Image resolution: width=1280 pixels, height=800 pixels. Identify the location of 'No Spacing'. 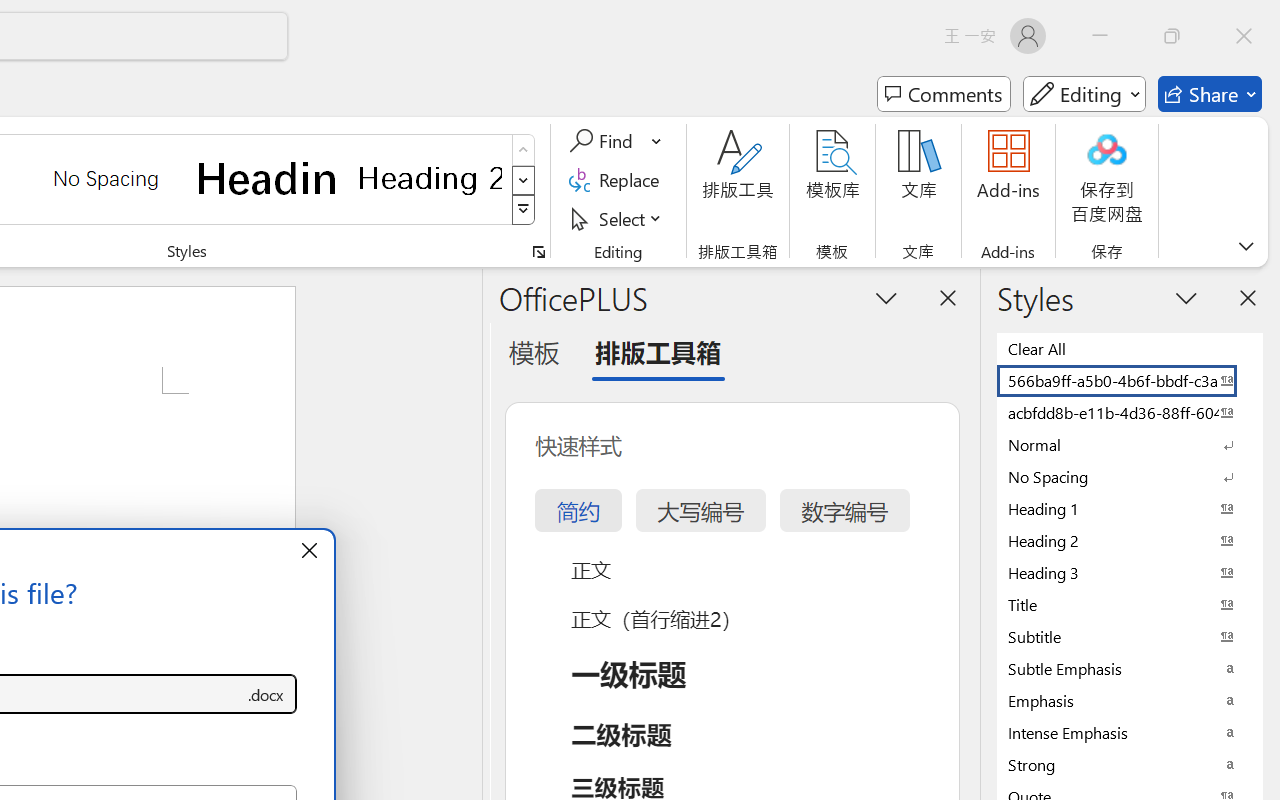
(1130, 476).